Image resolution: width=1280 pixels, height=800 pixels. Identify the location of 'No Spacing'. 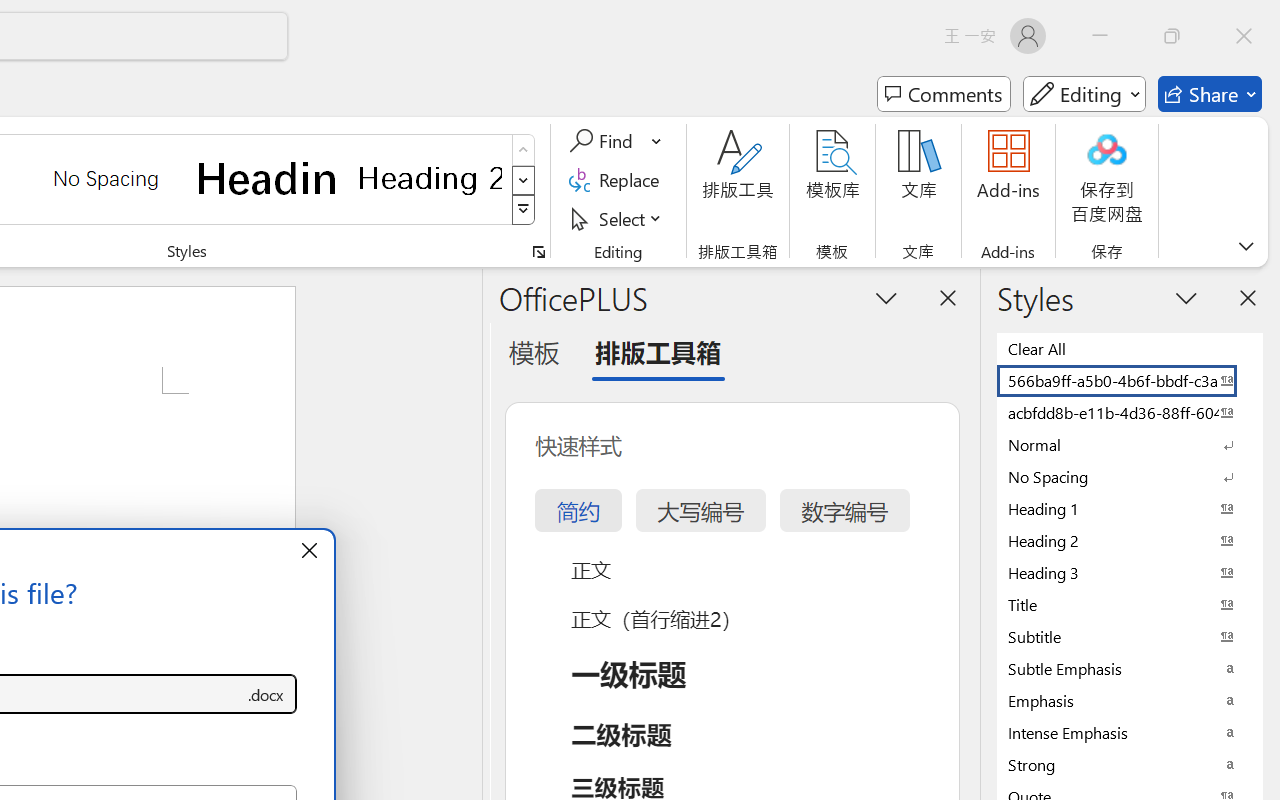
(1130, 476).